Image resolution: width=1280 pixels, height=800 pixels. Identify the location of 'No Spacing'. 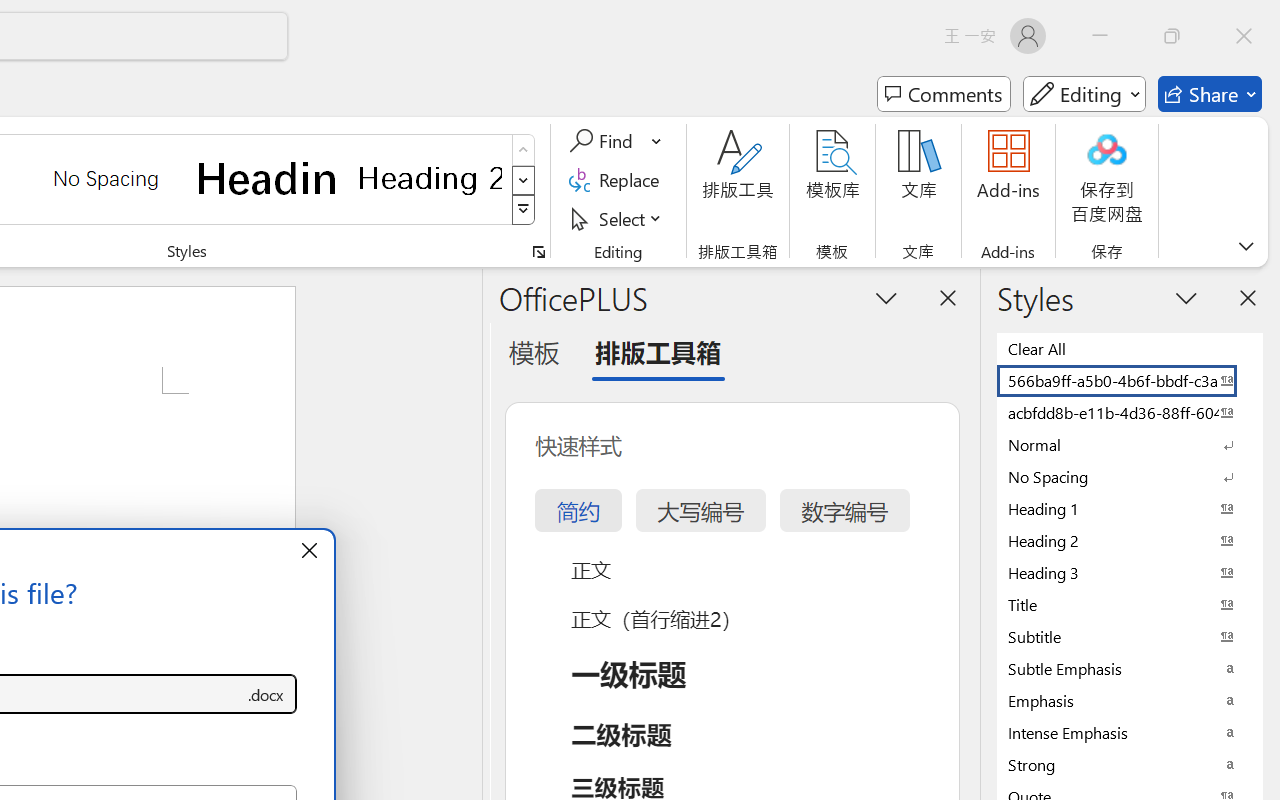
(1130, 476).